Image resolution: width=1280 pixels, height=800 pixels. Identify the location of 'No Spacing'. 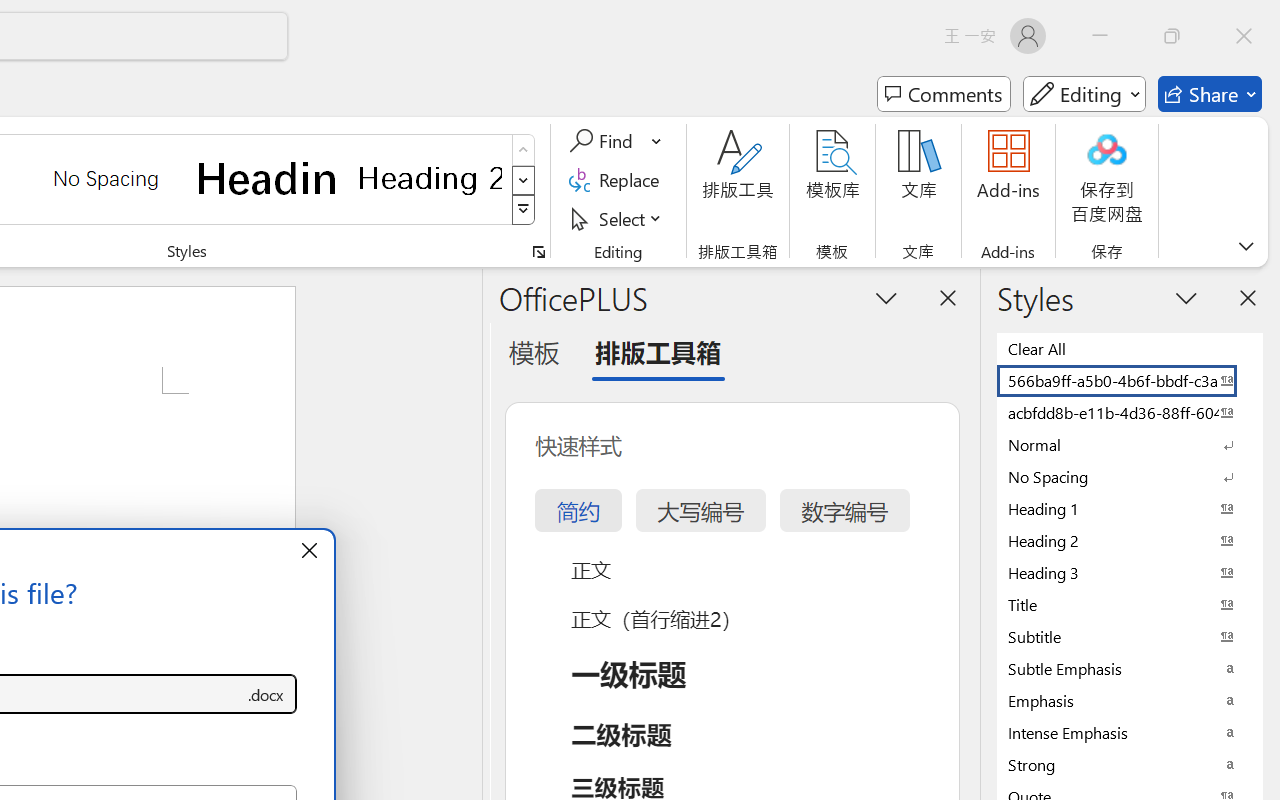
(1130, 476).